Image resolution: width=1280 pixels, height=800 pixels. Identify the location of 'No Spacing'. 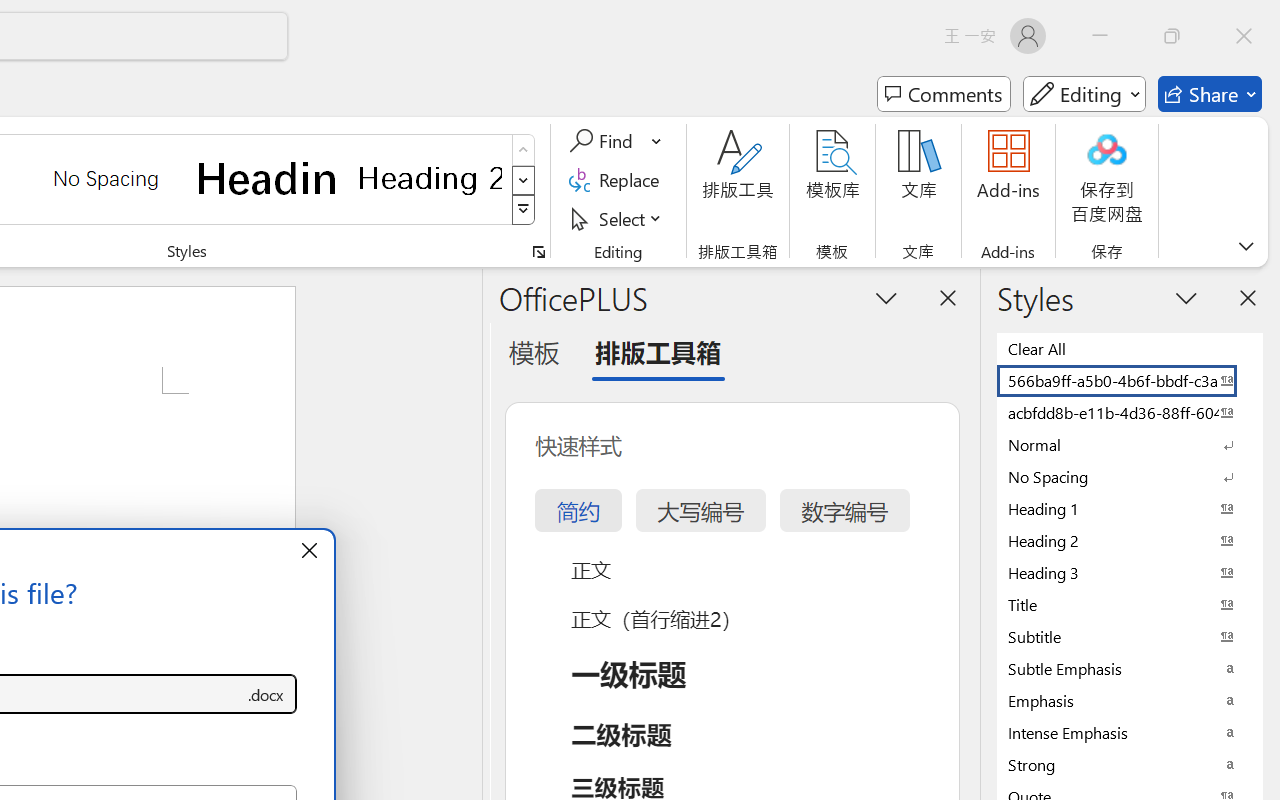
(1130, 476).